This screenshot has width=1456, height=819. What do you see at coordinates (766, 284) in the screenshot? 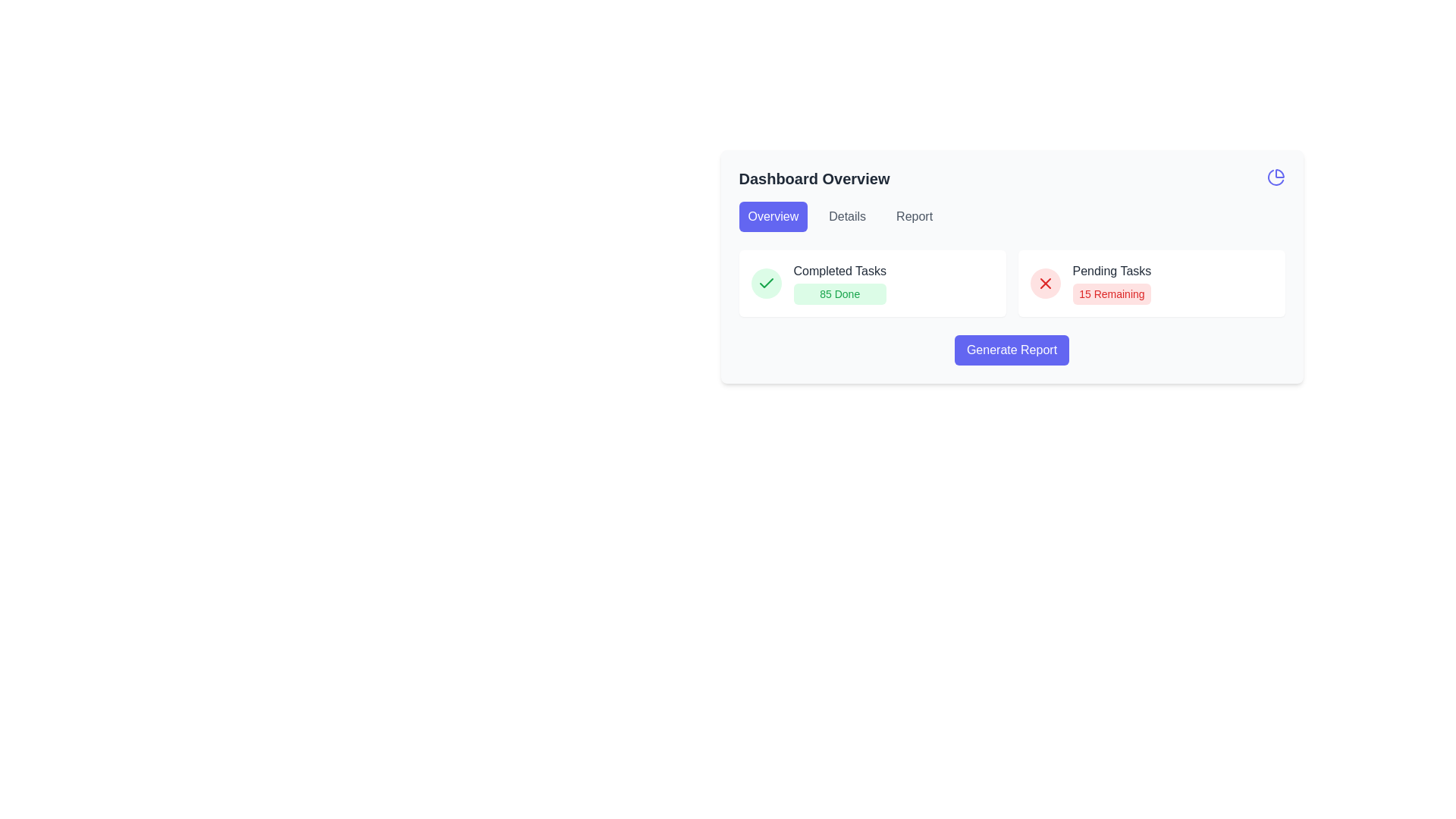
I see `the light green circle icon with a green checkmark that indicates 'Completed Tasks' in the top-left corner of the card layout` at bounding box center [766, 284].